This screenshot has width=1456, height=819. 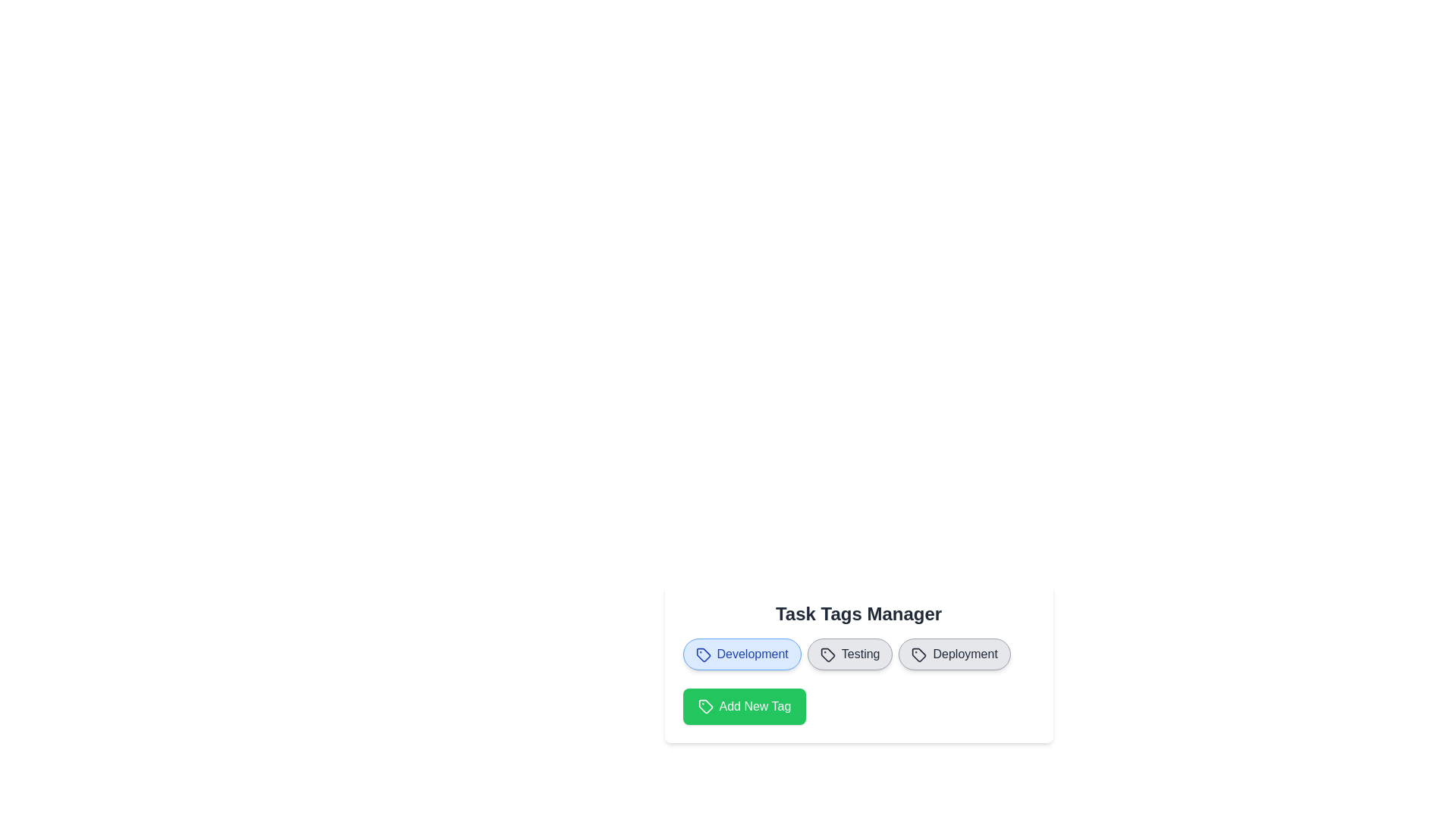 I want to click on the 'Testing' button, which is a rounded rectangular button with a light gray background and bold dark text, located between the 'Development' and 'Deployment' buttons in the 'Task Tags Manager' section, so click(x=858, y=663).